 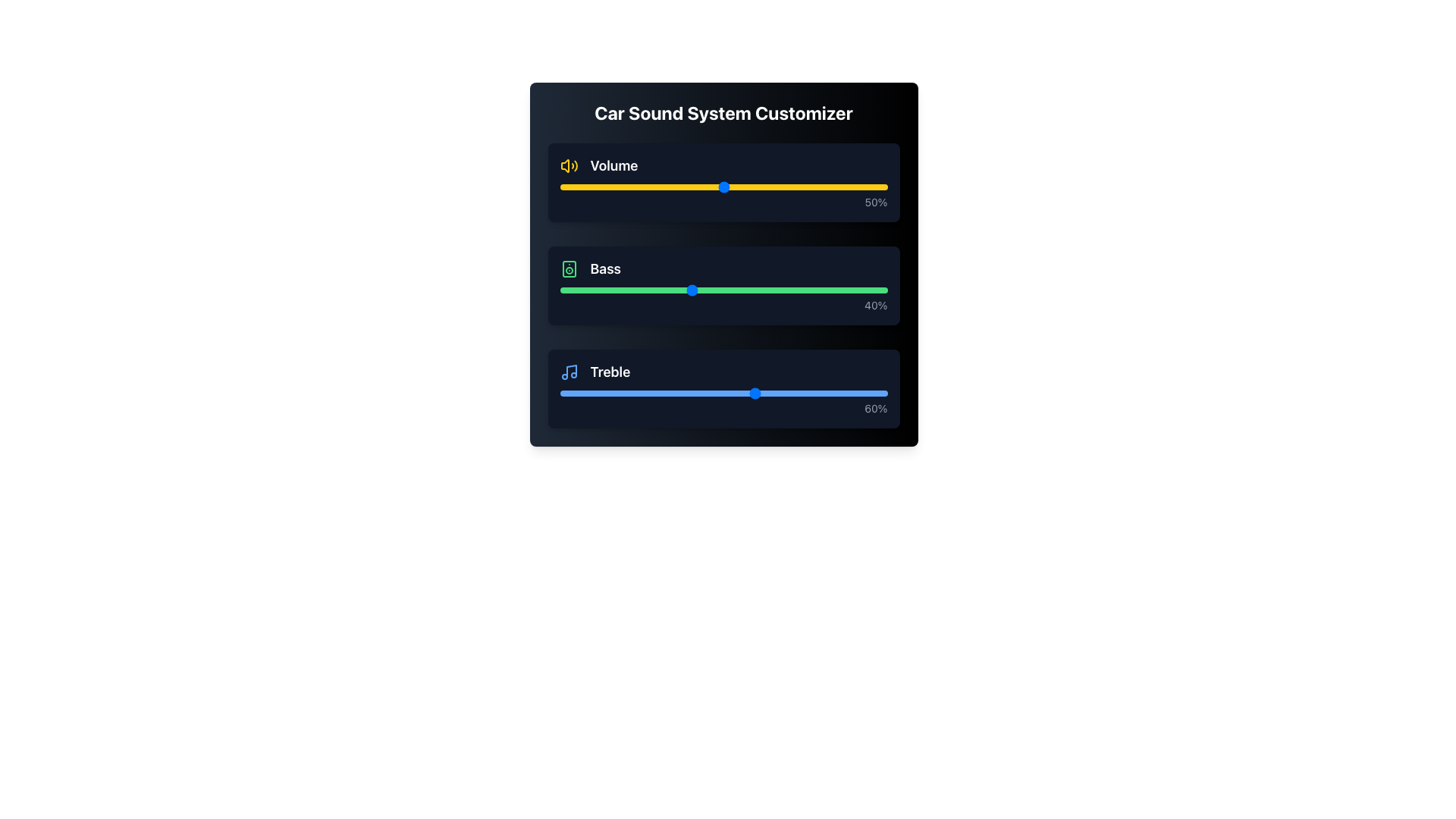 I want to click on volume, so click(x=595, y=186).